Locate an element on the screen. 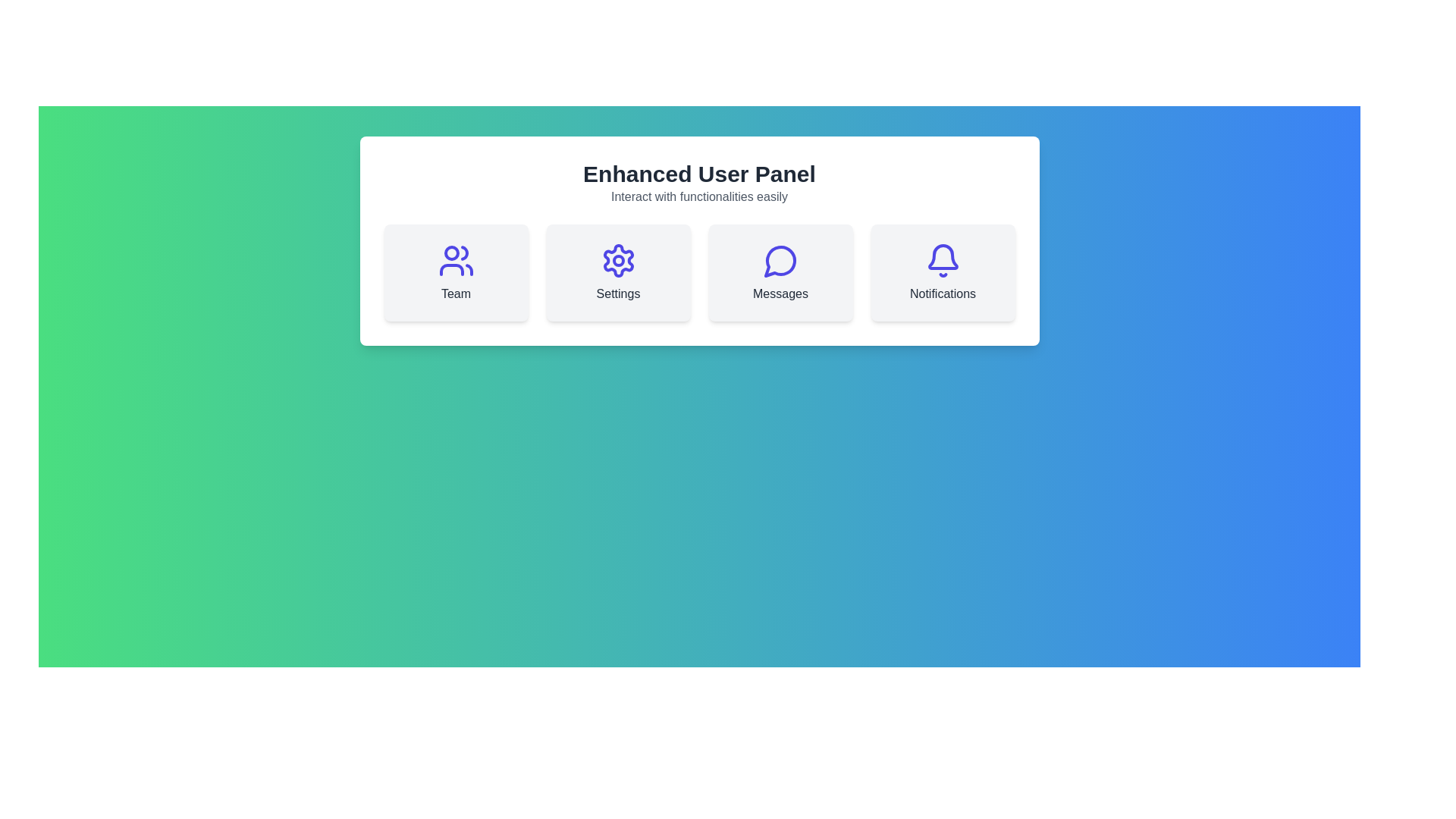 This screenshot has height=819, width=1456. the bell icon representing notifications located at the top-center of the 'Notifications' card, which is the rightmost among four horizontally aligned cards is located at coordinates (942, 259).